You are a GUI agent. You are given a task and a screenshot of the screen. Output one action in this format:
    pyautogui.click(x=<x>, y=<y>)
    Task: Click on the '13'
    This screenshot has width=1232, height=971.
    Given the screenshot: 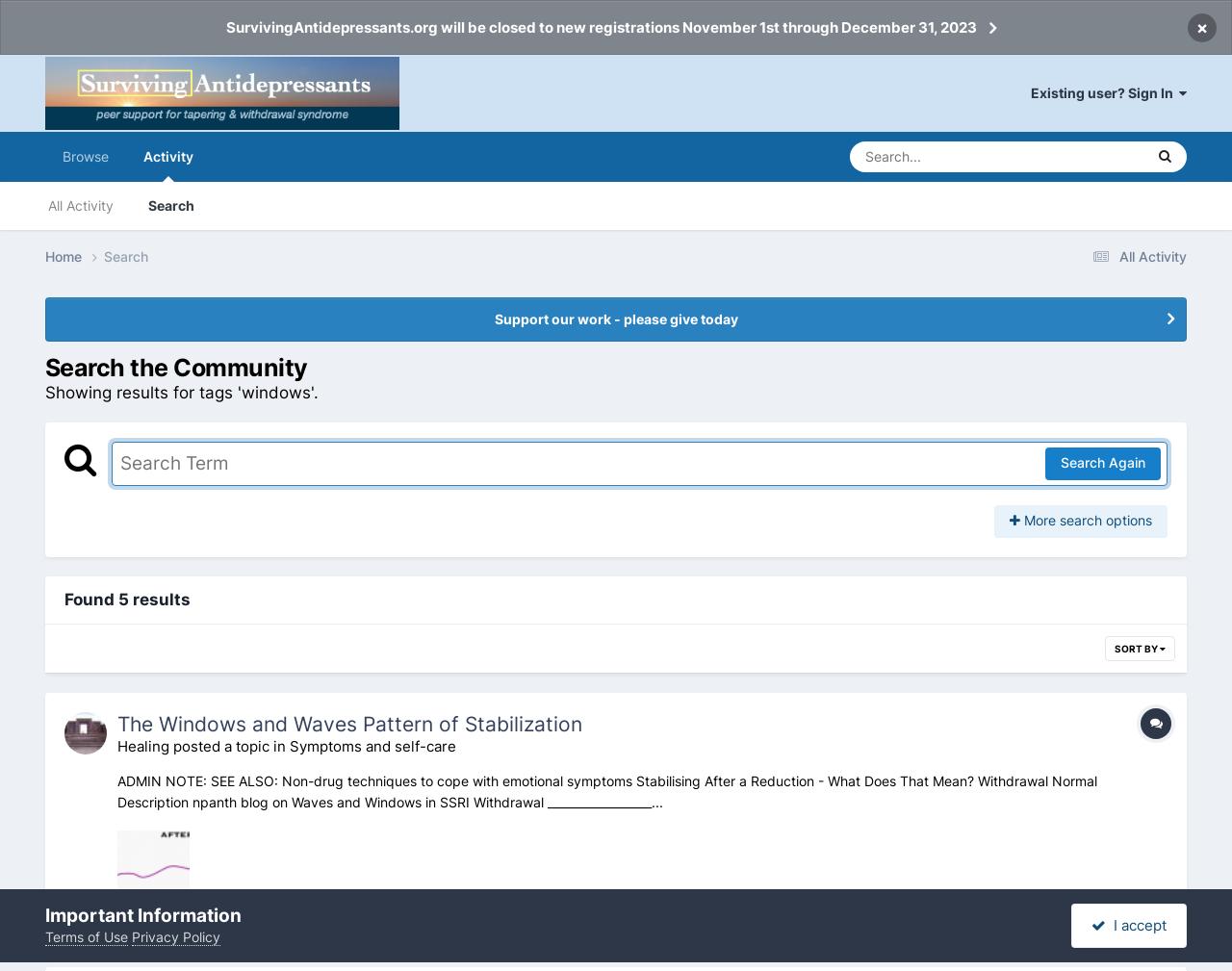 What is the action you would take?
    pyautogui.click(x=376, y=928)
    